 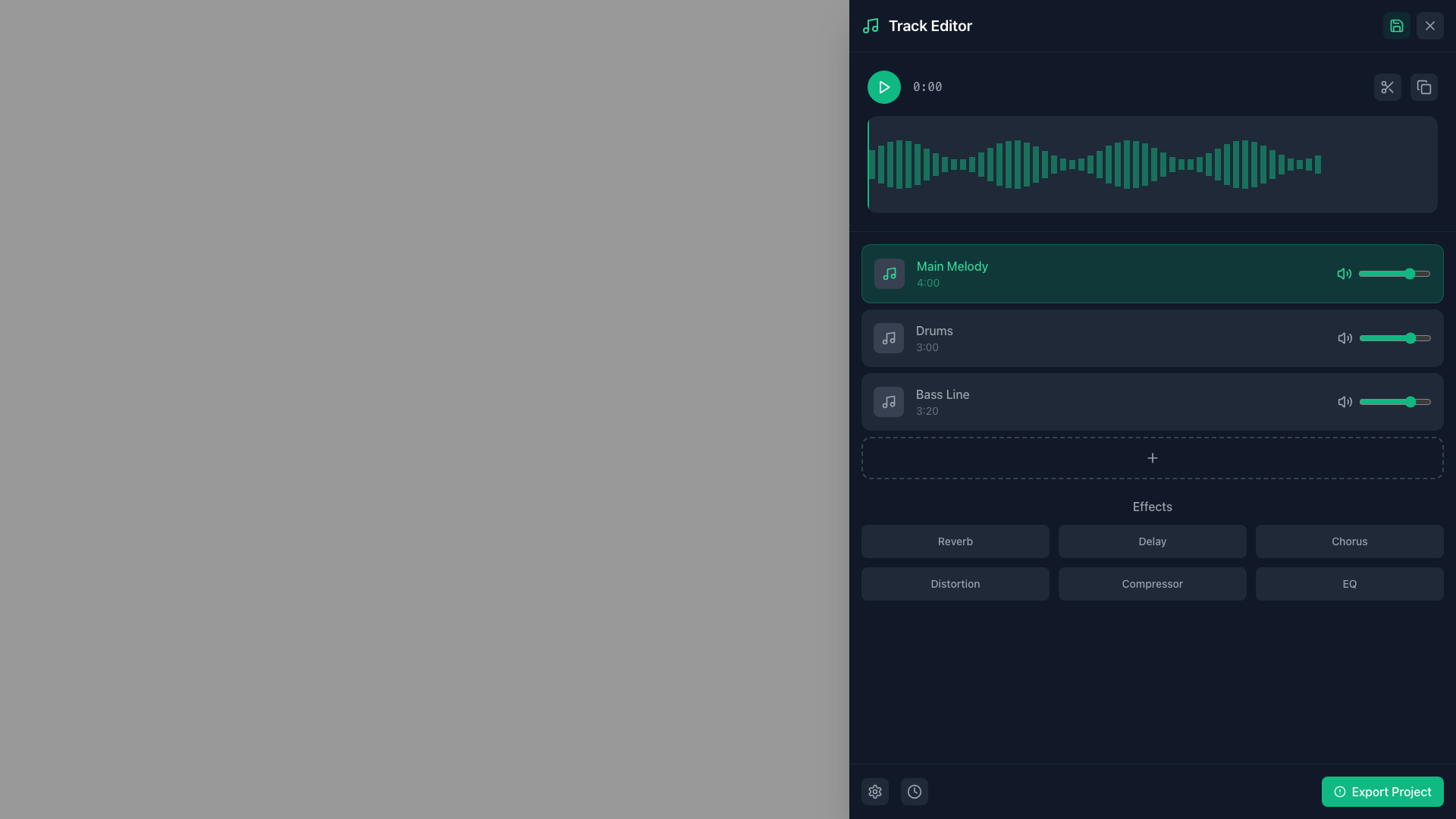 What do you see at coordinates (1387, 87) in the screenshot?
I see `the cutting button located at the upper-right portion of the interface, adjacent to the waveform display area` at bounding box center [1387, 87].